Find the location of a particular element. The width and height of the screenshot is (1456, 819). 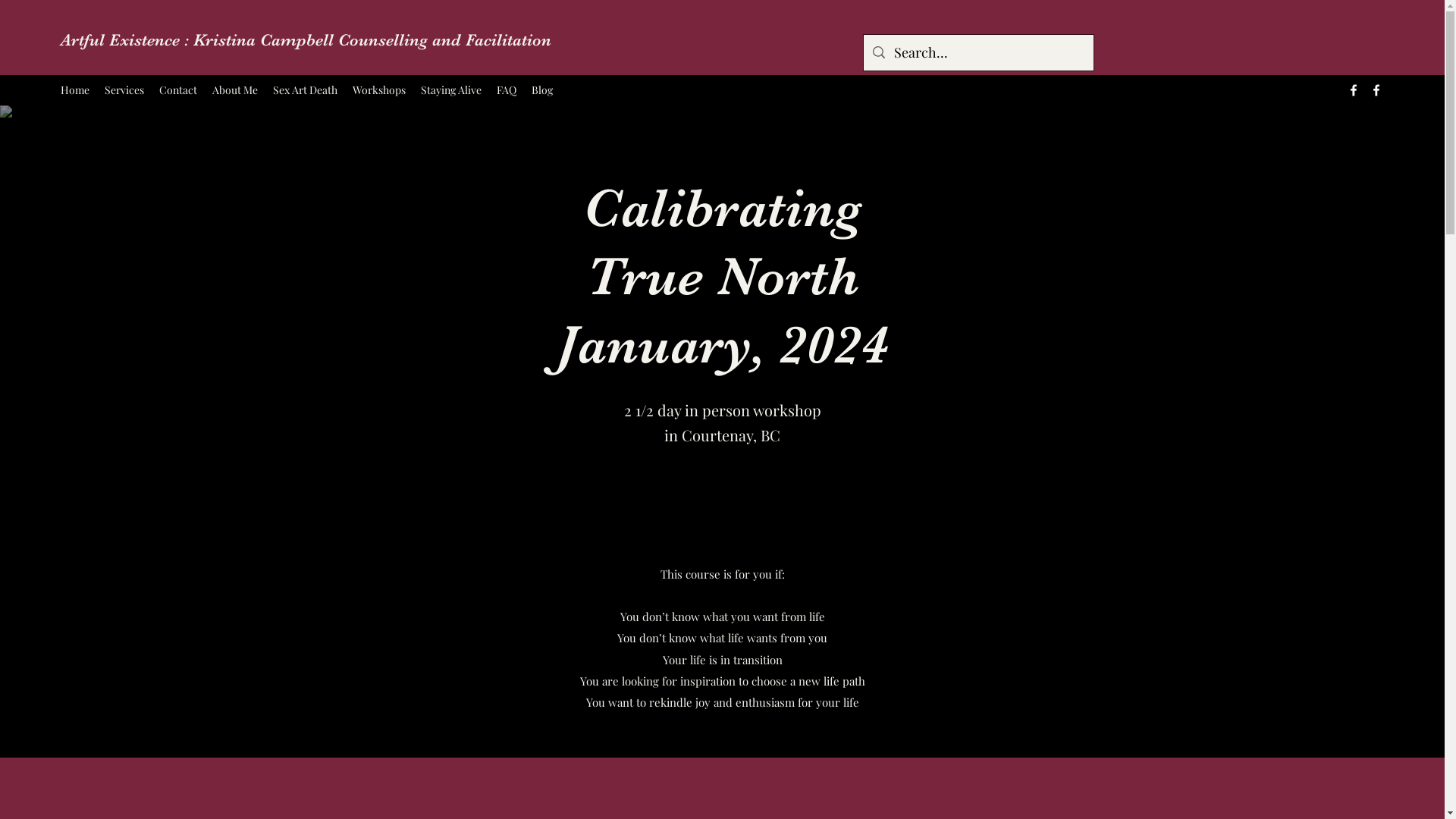

'Services' is located at coordinates (124, 90).